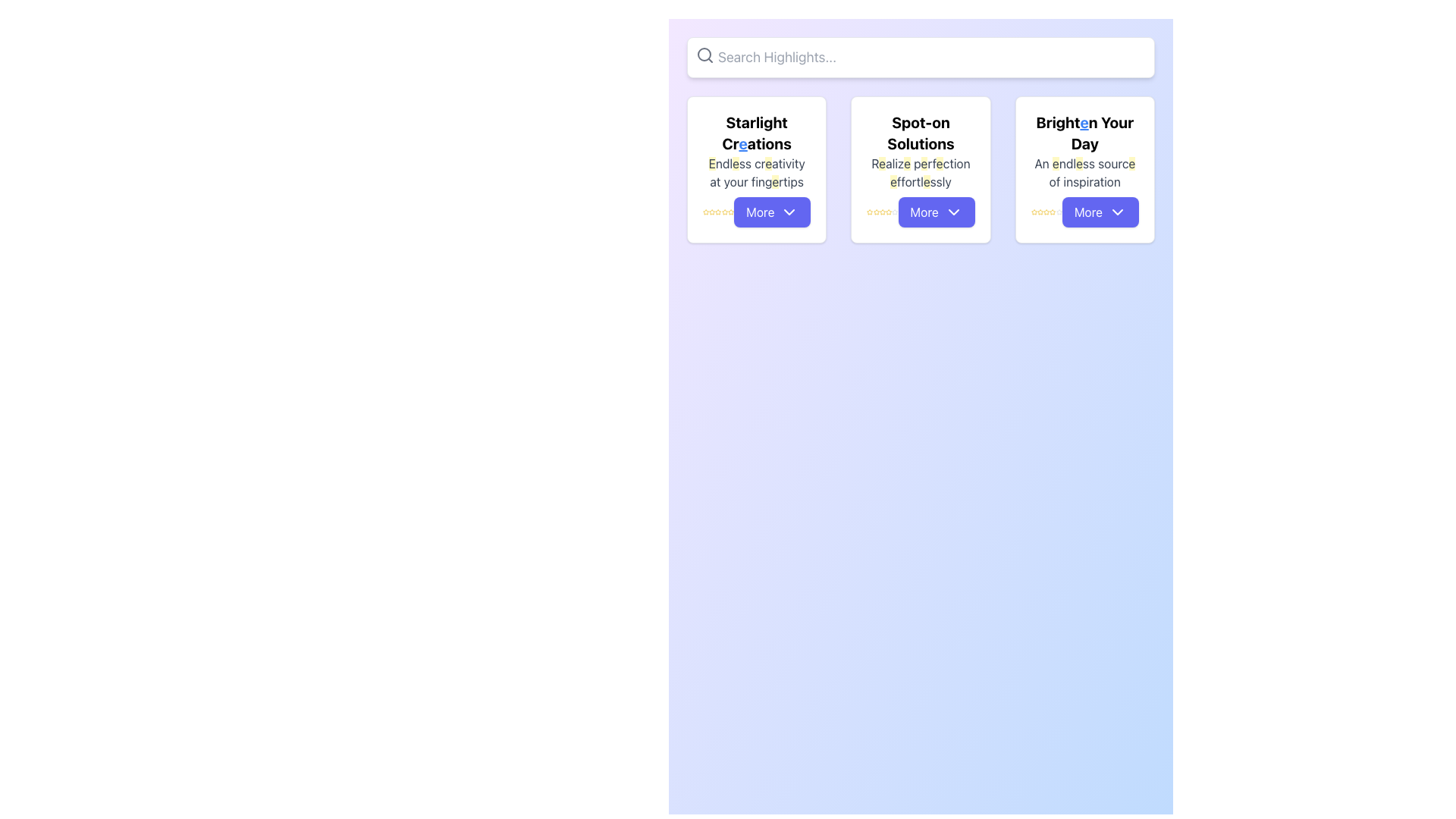 This screenshot has width=1456, height=819. Describe the element at coordinates (1084, 133) in the screenshot. I see `the text block that prominently displays the phrase 'Brighten Your Day' in bold, large font, located centrally at the top of the third card in a set of three horizontally aligned cards` at that location.